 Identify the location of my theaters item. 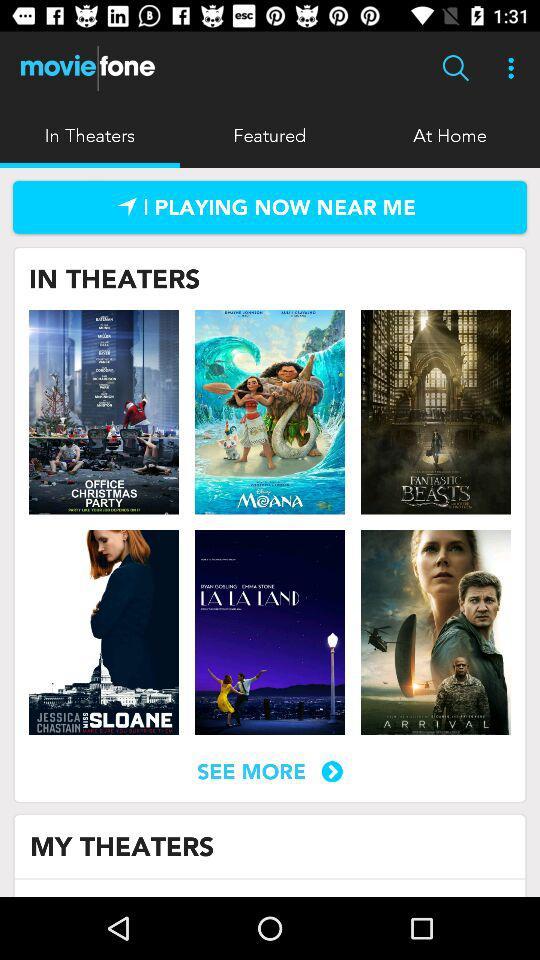
(122, 845).